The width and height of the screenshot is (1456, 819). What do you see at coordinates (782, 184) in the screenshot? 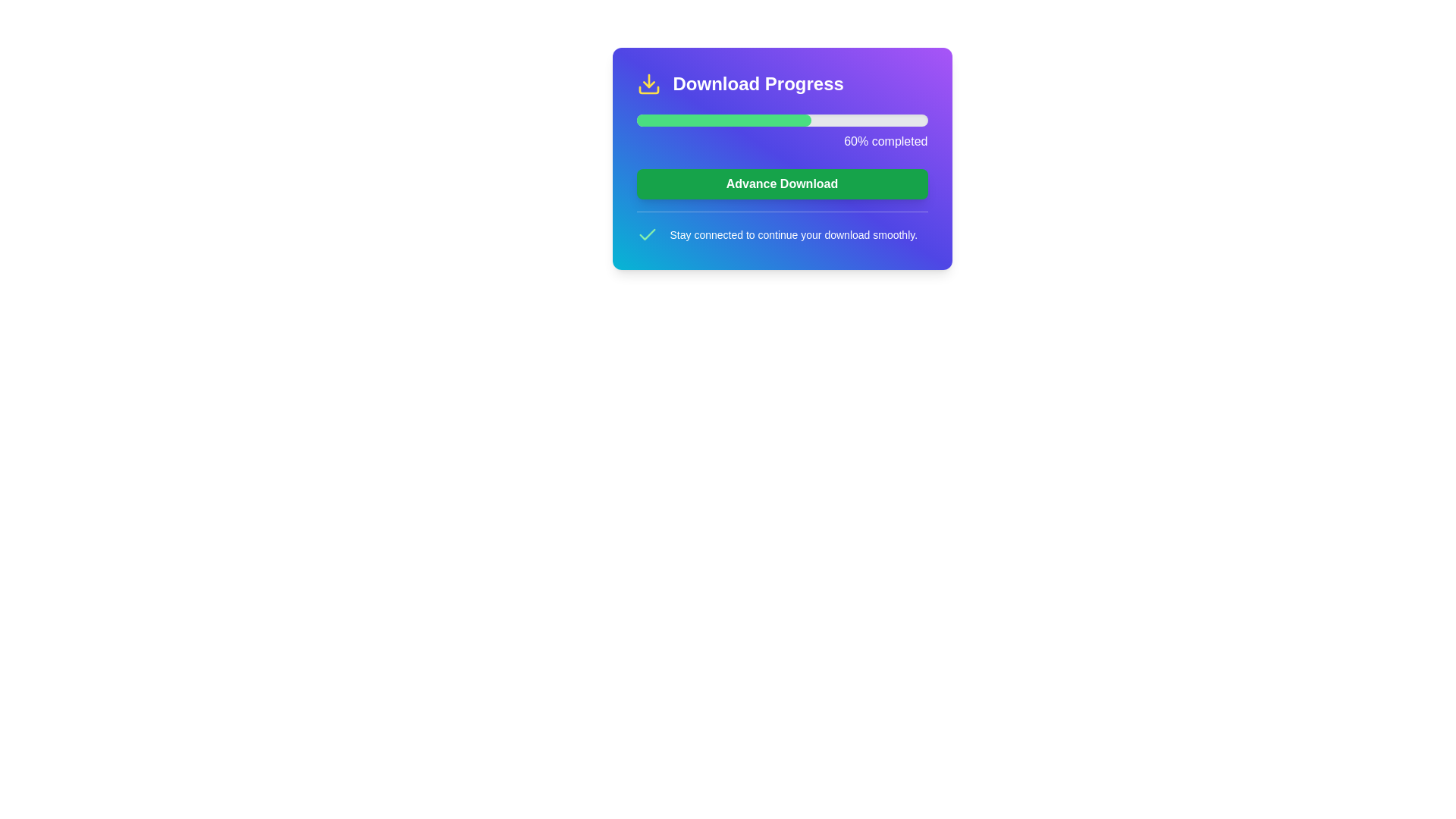
I see `the green button labeled 'Advance Download' to initiate the download` at bounding box center [782, 184].